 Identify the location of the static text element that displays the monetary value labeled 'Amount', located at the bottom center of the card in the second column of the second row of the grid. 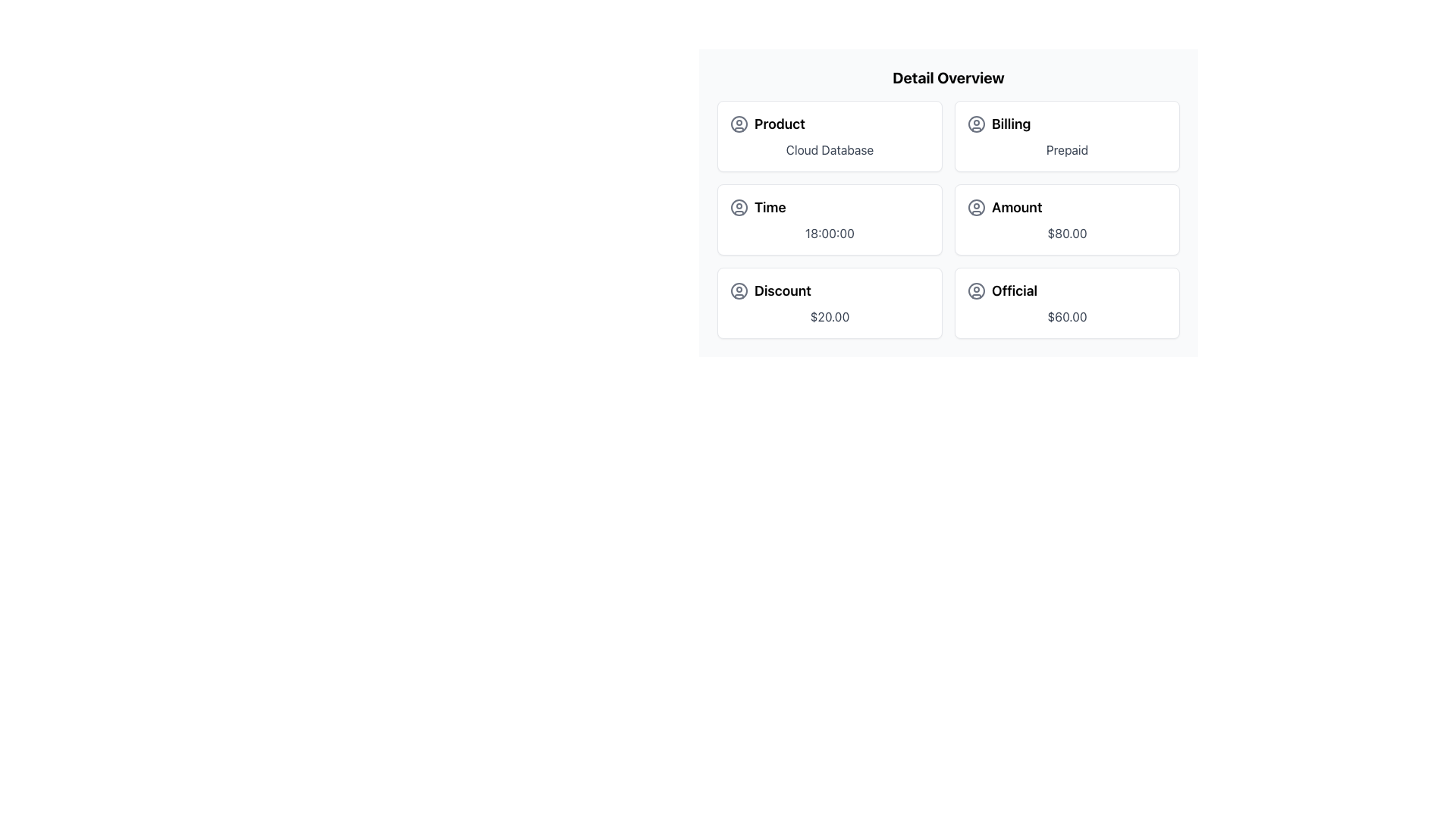
(1066, 234).